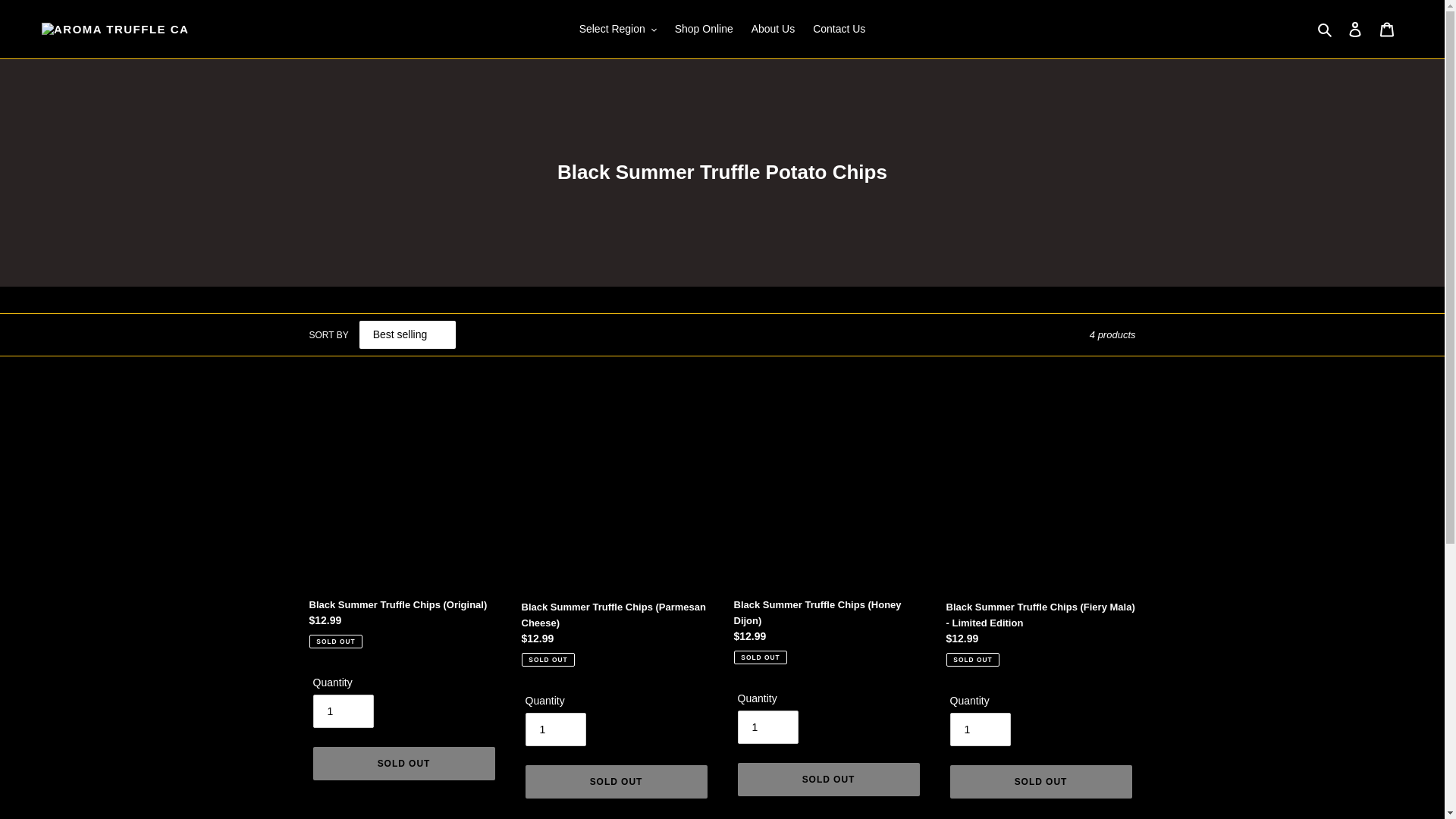 The width and height of the screenshot is (1456, 819). What do you see at coordinates (773, 29) in the screenshot?
I see `'About Us'` at bounding box center [773, 29].